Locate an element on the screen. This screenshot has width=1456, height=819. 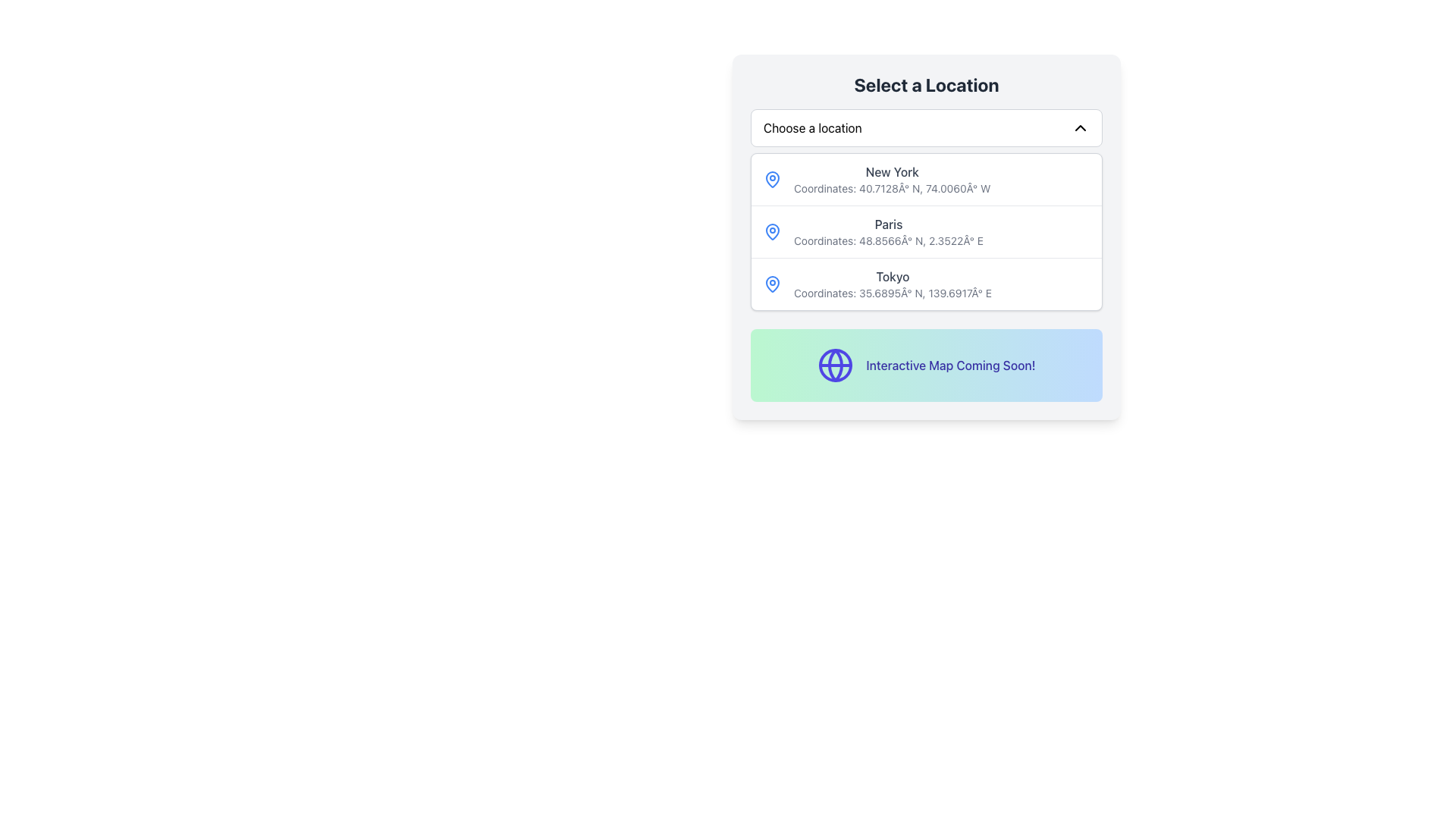
the bold indigo globe icon that features curved lines for latitude and longitude, located to the left of the text label 'Interactive Map Coming Soon!' within a gradient-colored box at the bottom of the 'Select a Location' interface is located at coordinates (835, 366).